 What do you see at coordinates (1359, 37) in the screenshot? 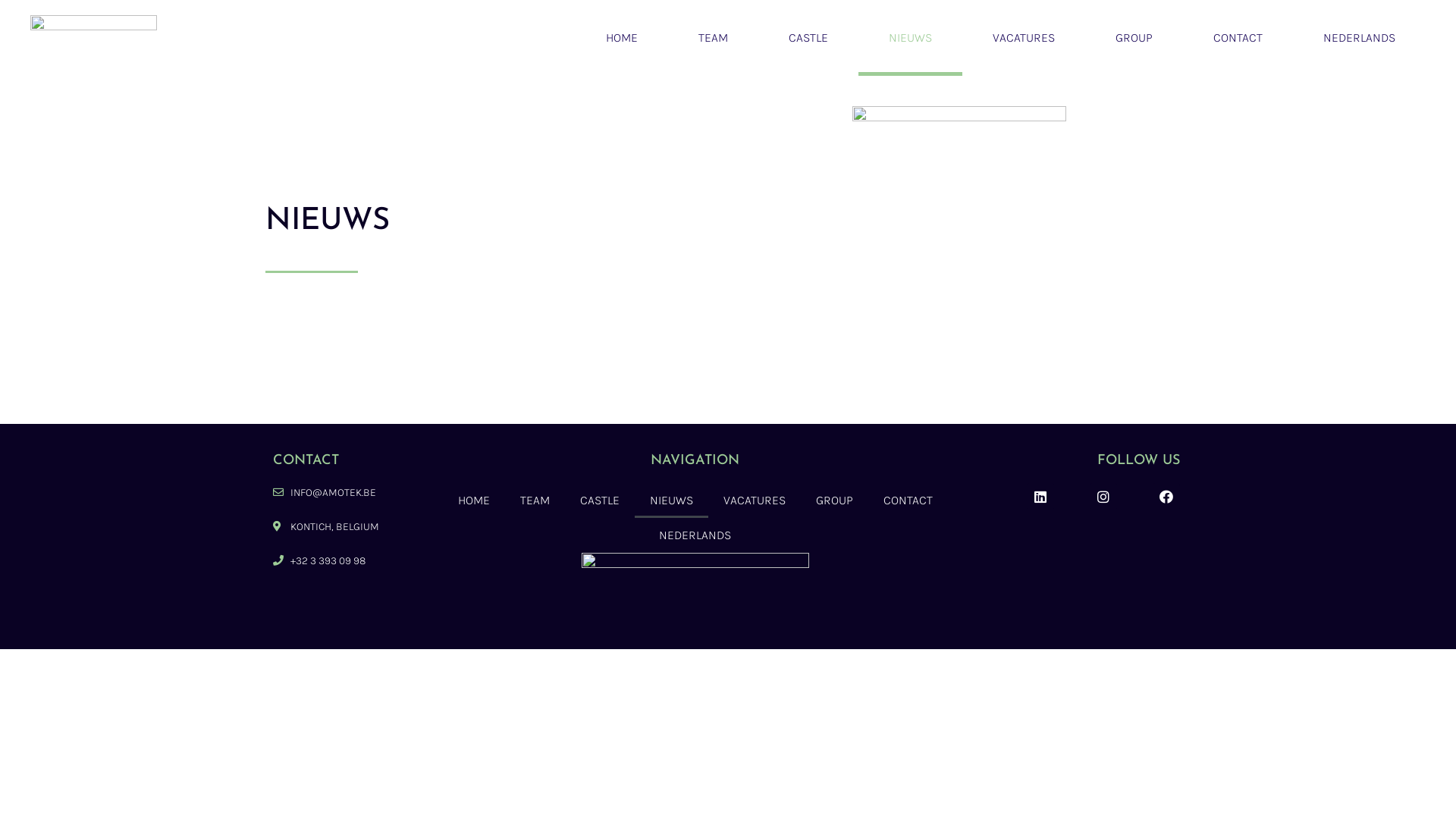
I see `'NEDERLANDS'` at bounding box center [1359, 37].